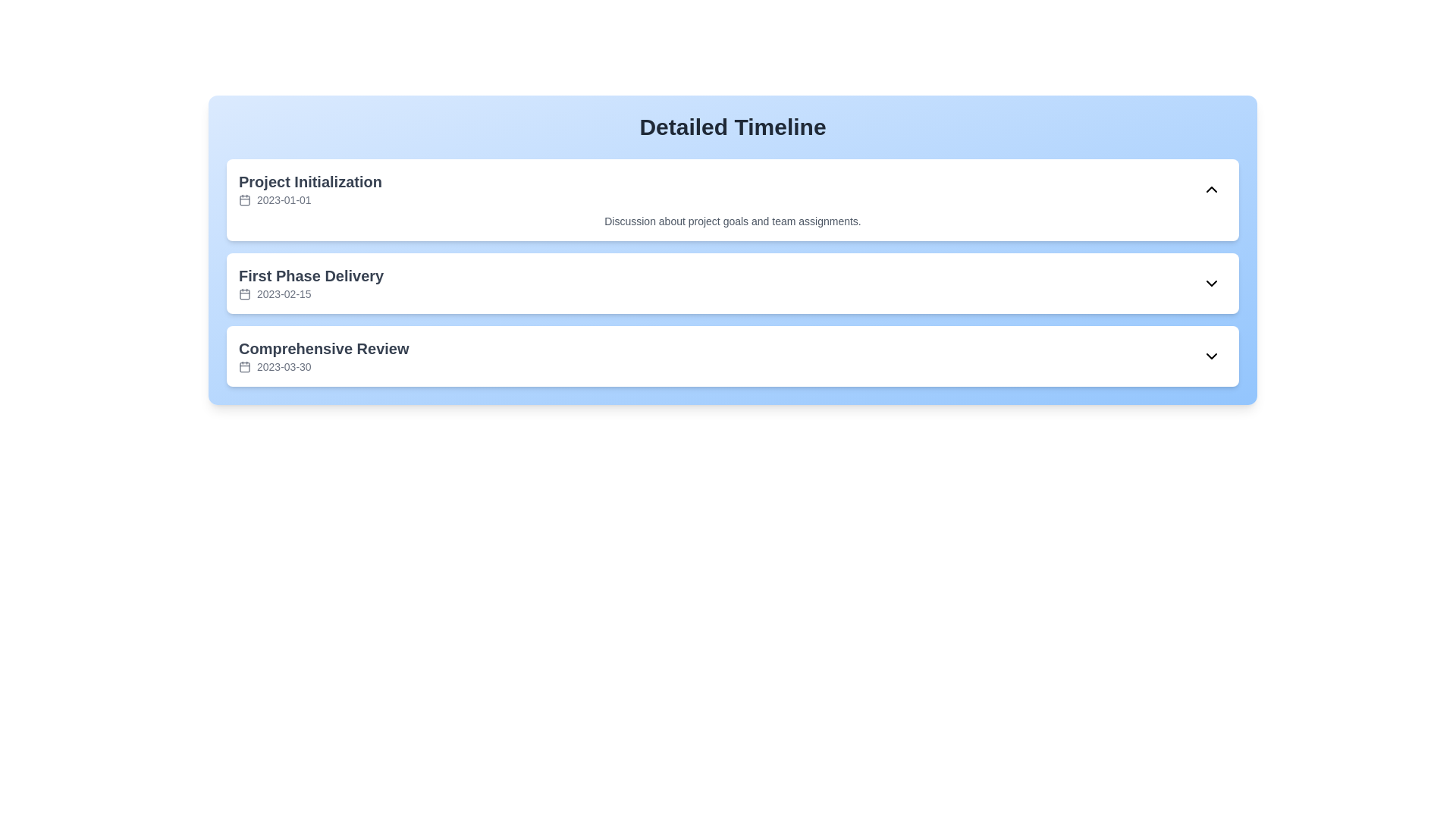  I want to click on the timeline entry element that serves as a clickable summary for events, located at the top of the vertically stacked group of items, so click(309, 189).